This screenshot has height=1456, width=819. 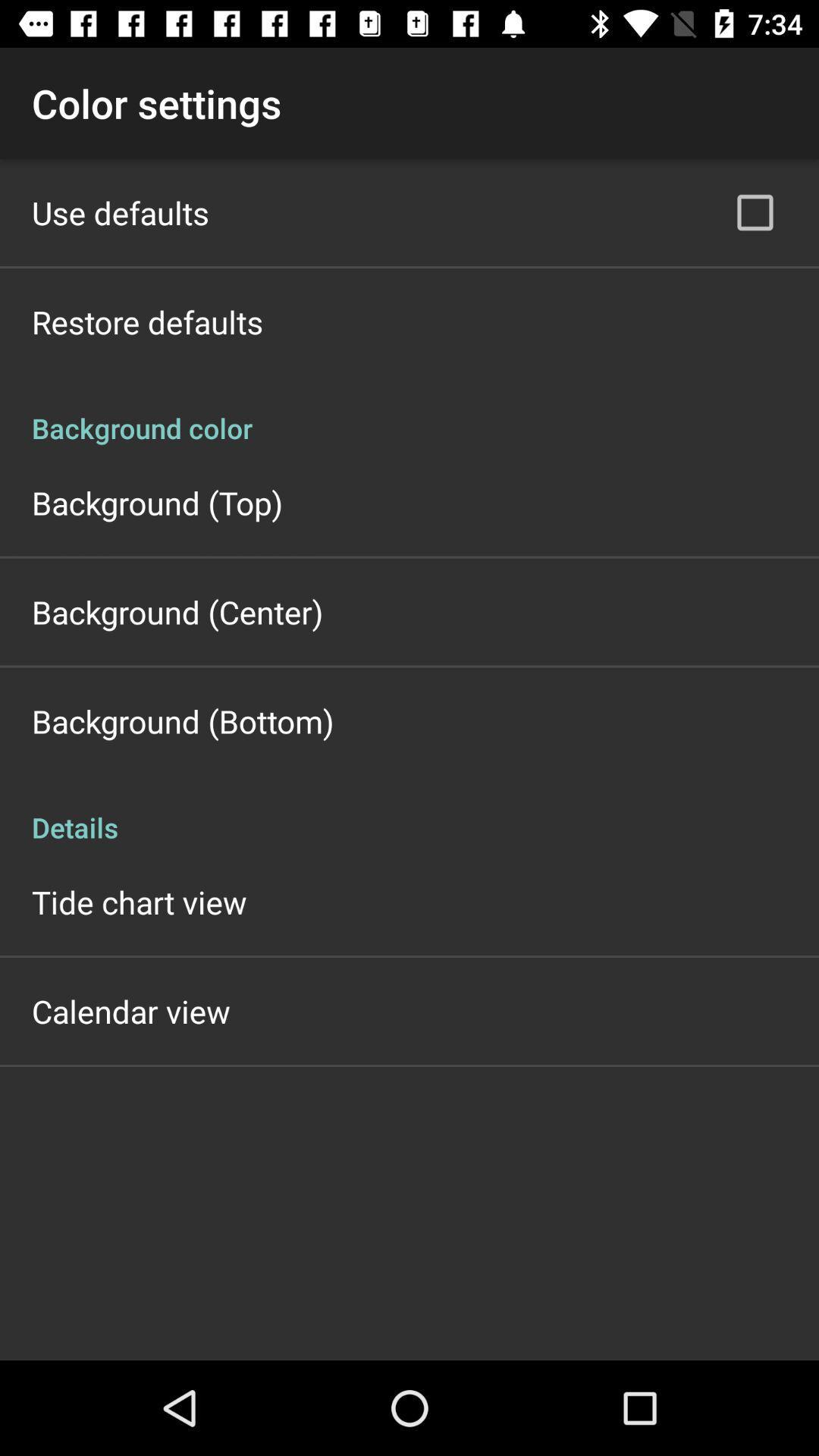 What do you see at coordinates (147, 321) in the screenshot?
I see `the item below the use defaults app` at bounding box center [147, 321].